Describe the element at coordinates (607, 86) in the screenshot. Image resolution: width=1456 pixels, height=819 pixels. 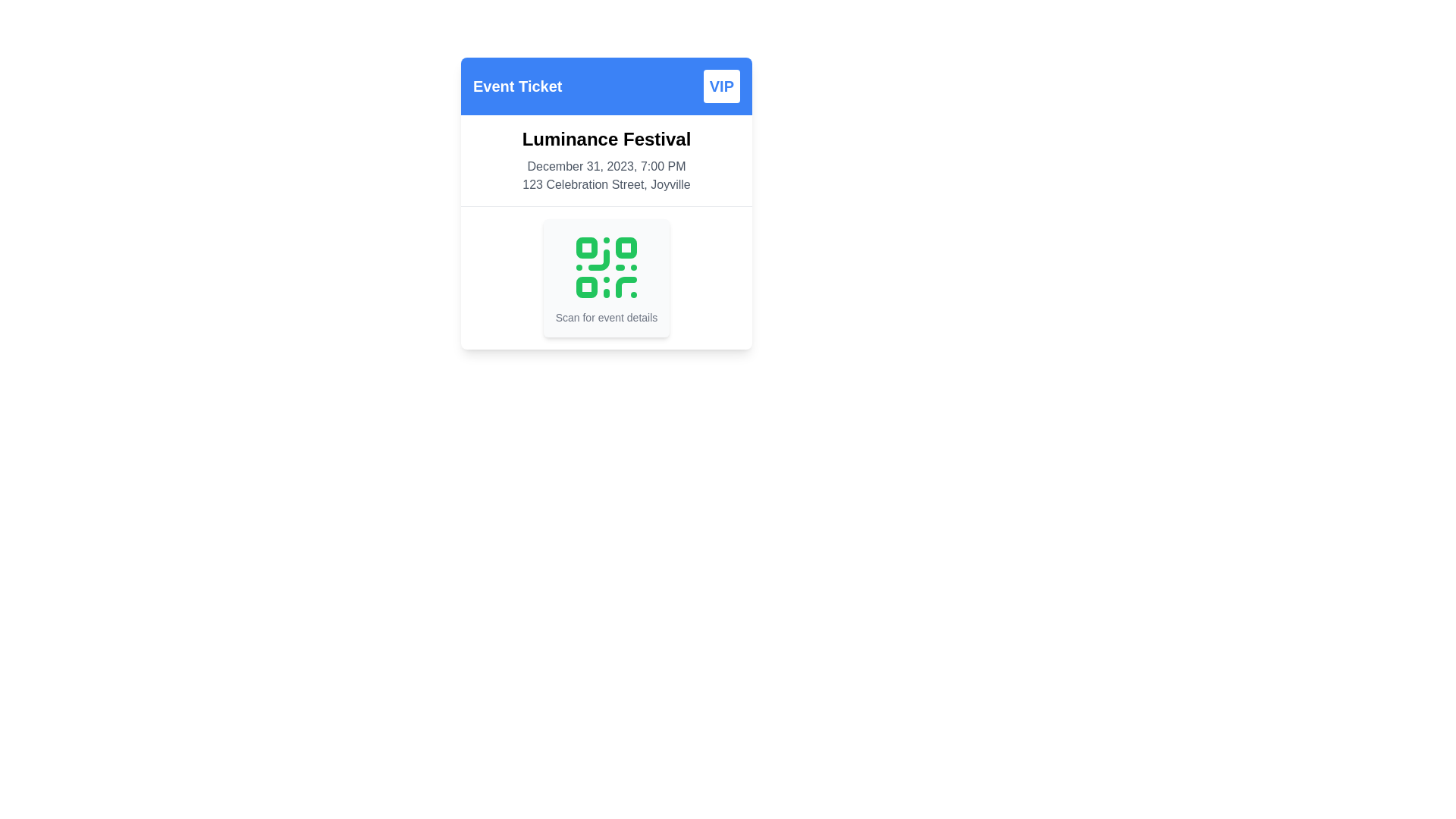
I see `the styled informational banner at the top of the event card that indicates the type of ticket (e.g., 'VIP')` at that location.